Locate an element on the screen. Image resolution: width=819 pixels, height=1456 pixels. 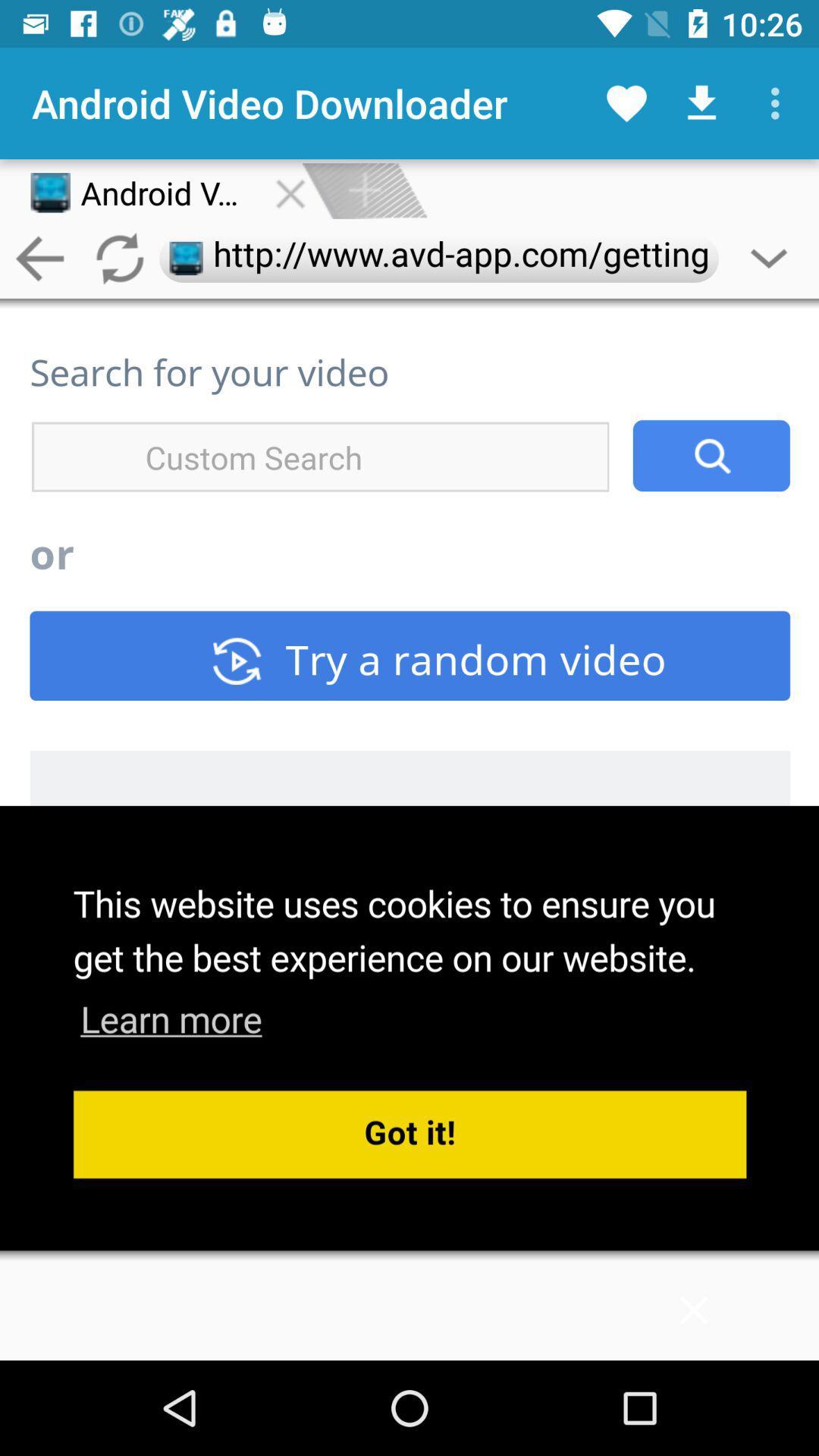
httpwwwavdappcomgetting is located at coordinates (438, 259).